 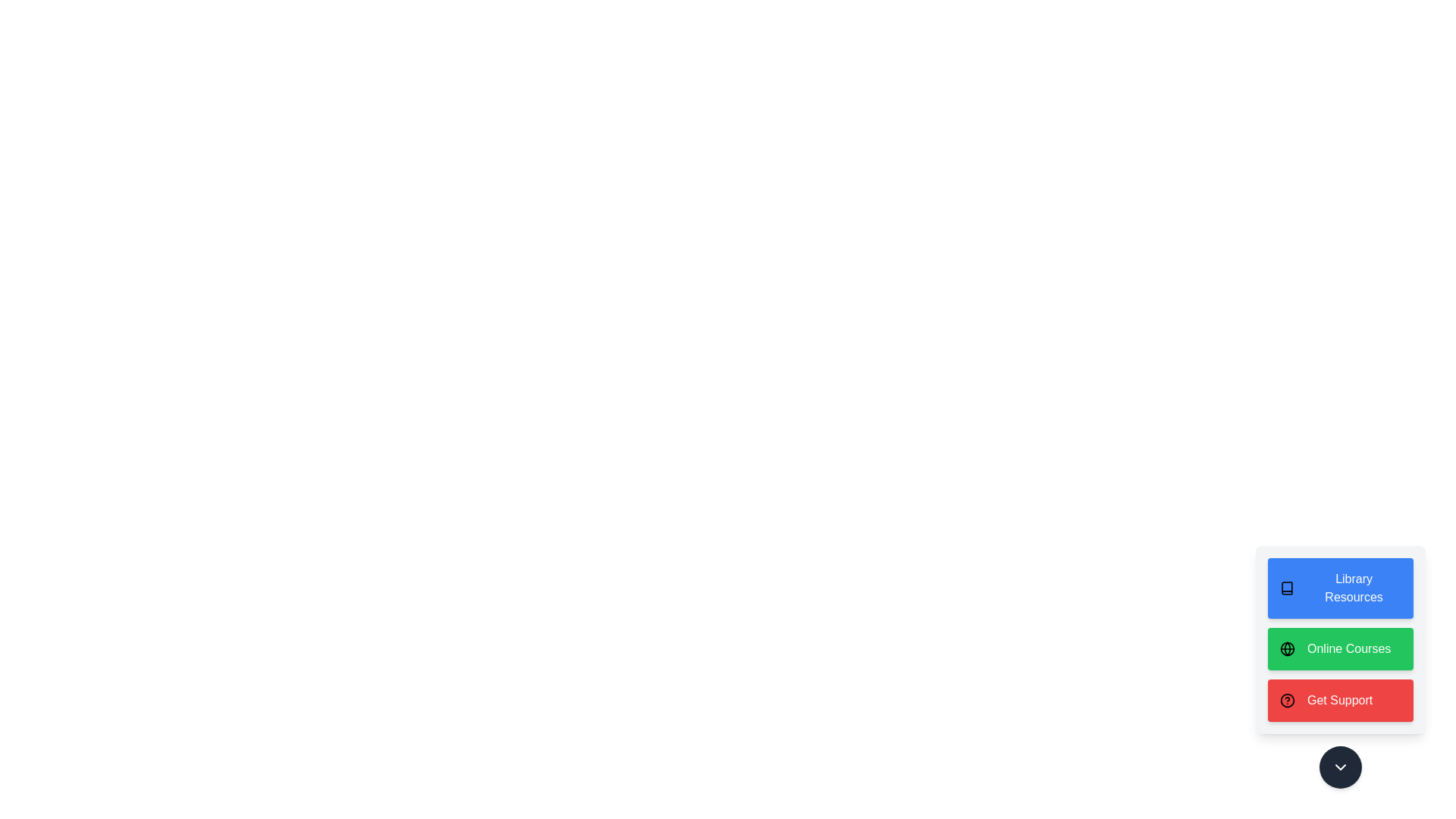 What do you see at coordinates (1340, 587) in the screenshot?
I see `the Library Resources button in the speed dial to select it` at bounding box center [1340, 587].